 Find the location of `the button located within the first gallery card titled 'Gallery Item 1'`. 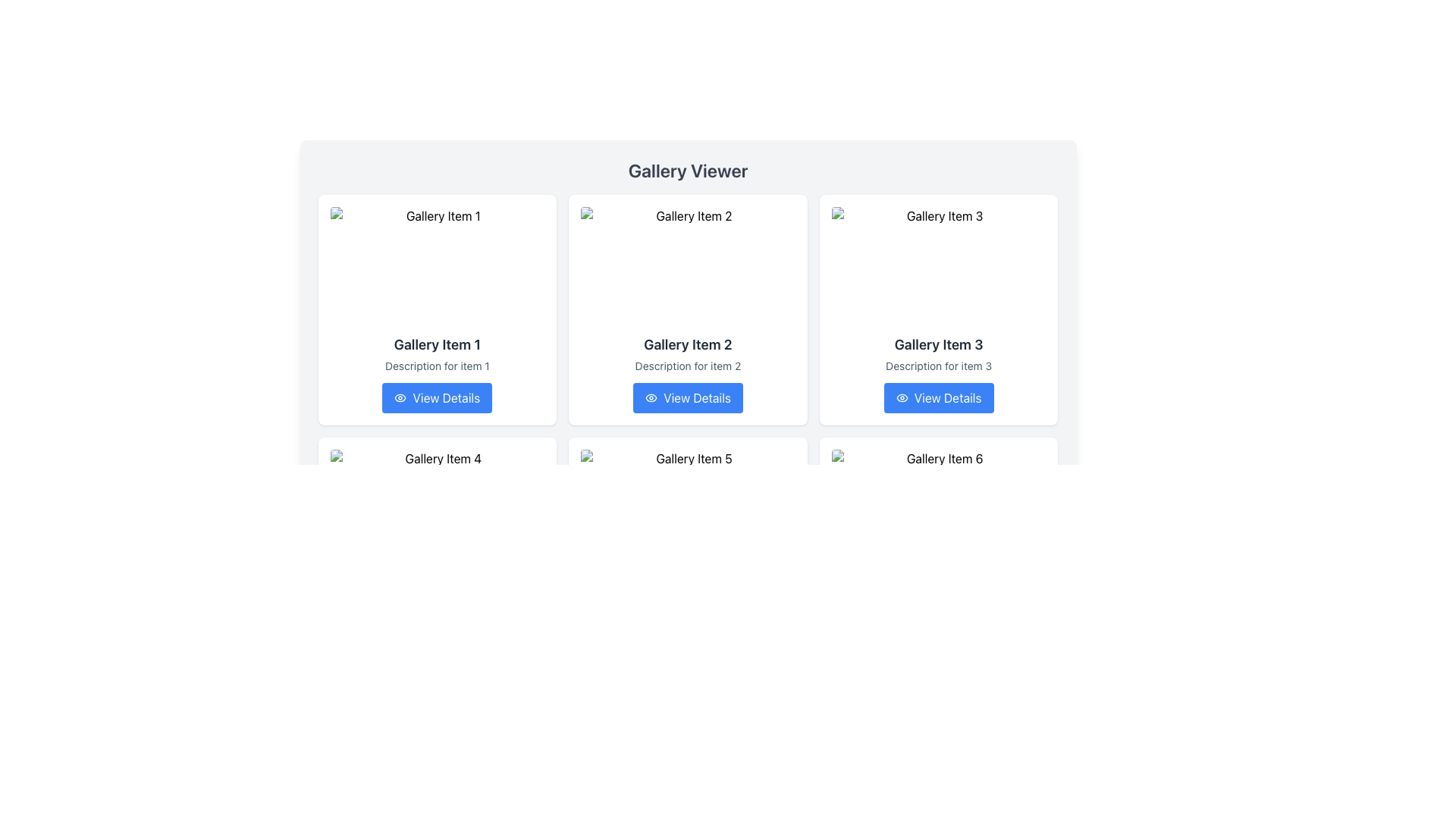

the button located within the first gallery card titled 'Gallery Item 1' is located at coordinates (436, 397).